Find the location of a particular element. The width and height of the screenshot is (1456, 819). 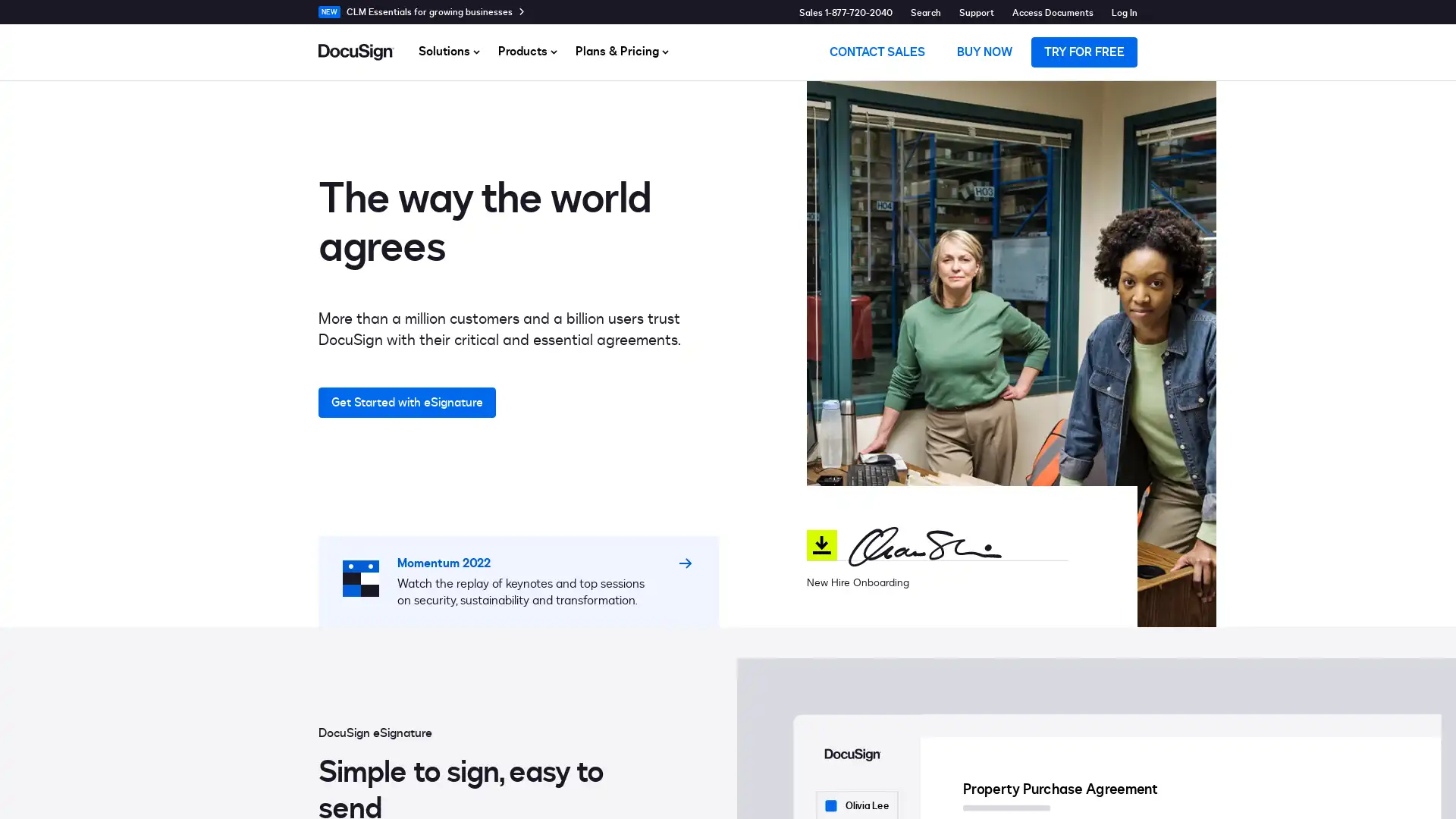

Accept Cookies is located at coordinates (1356, 785).